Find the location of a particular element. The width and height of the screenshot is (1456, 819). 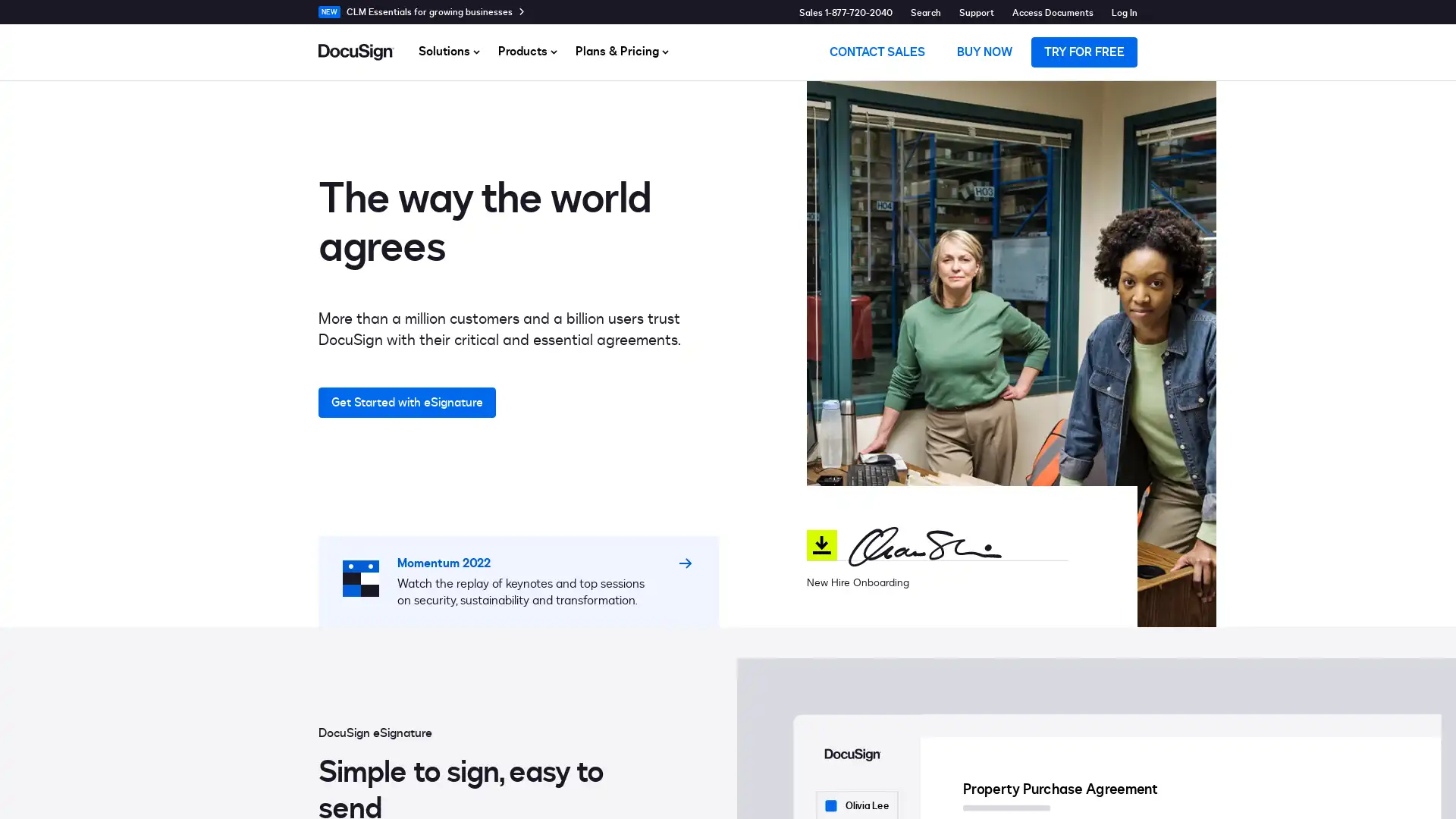

Accept Cookies is located at coordinates (1356, 785).